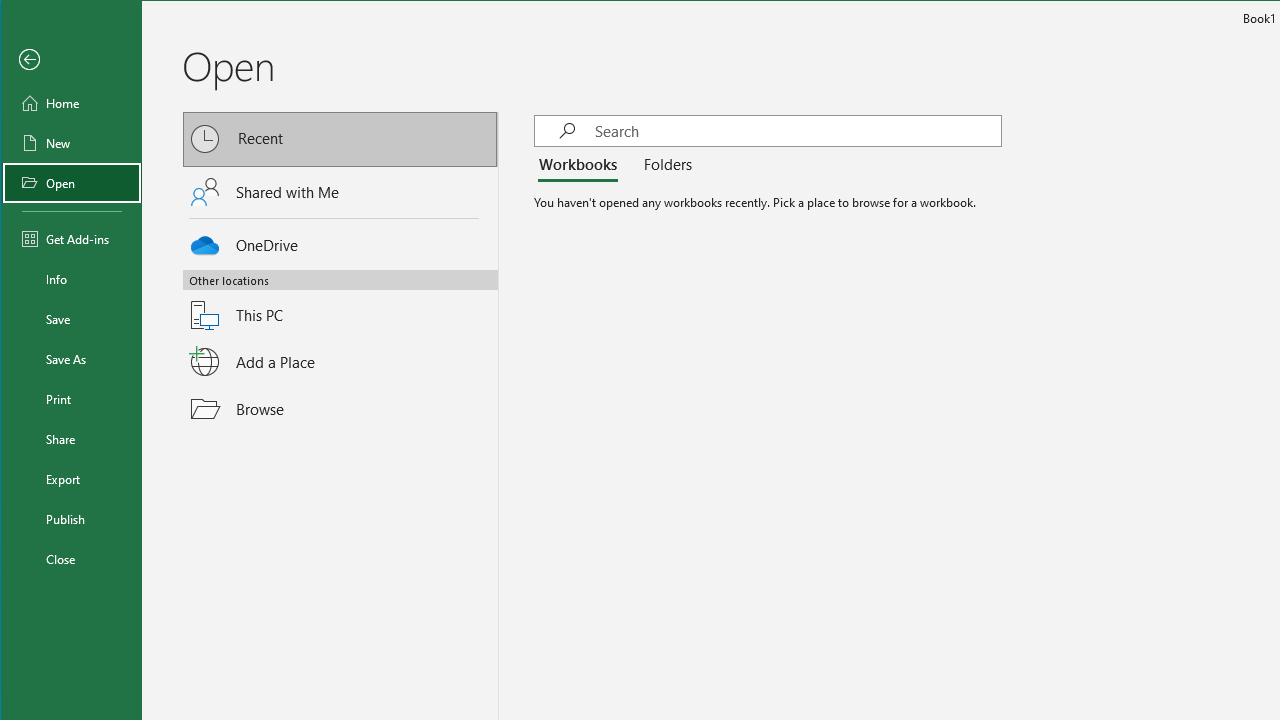  Describe the element at coordinates (72, 518) in the screenshot. I see `'Publish'` at that location.